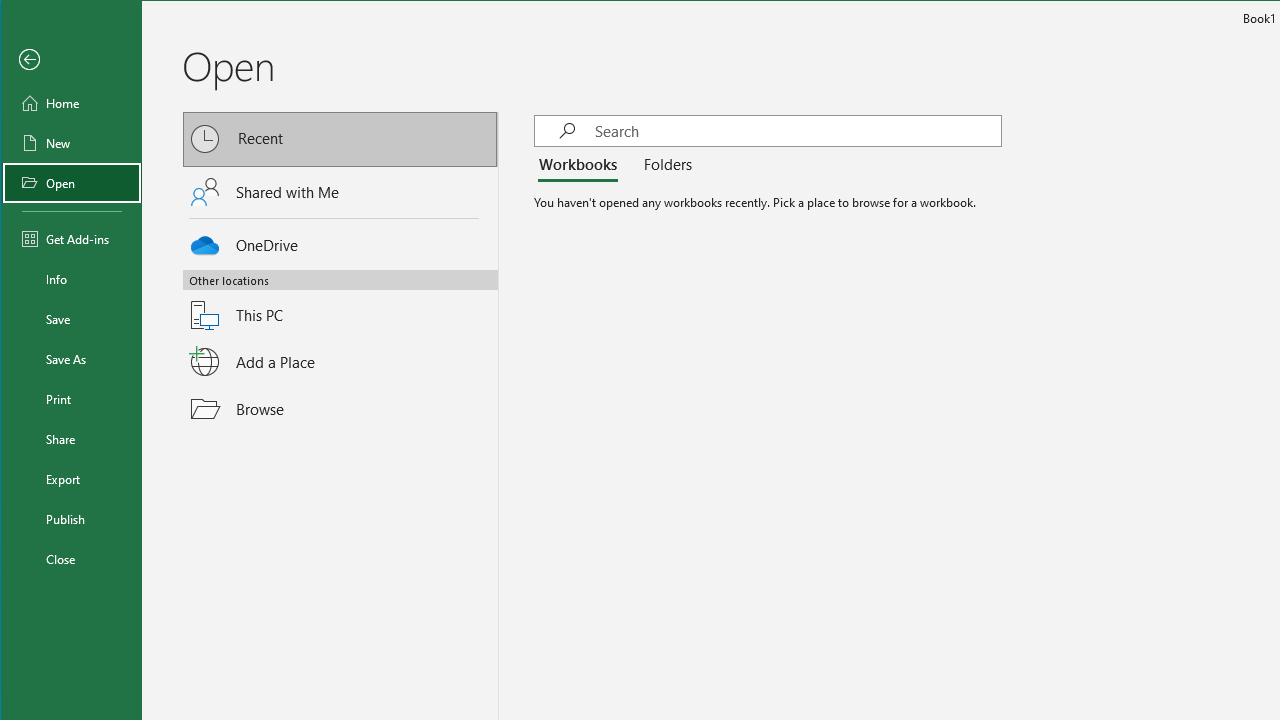  Describe the element at coordinates (72, 518) in the screenshot. I see `'Publish'` at that location.